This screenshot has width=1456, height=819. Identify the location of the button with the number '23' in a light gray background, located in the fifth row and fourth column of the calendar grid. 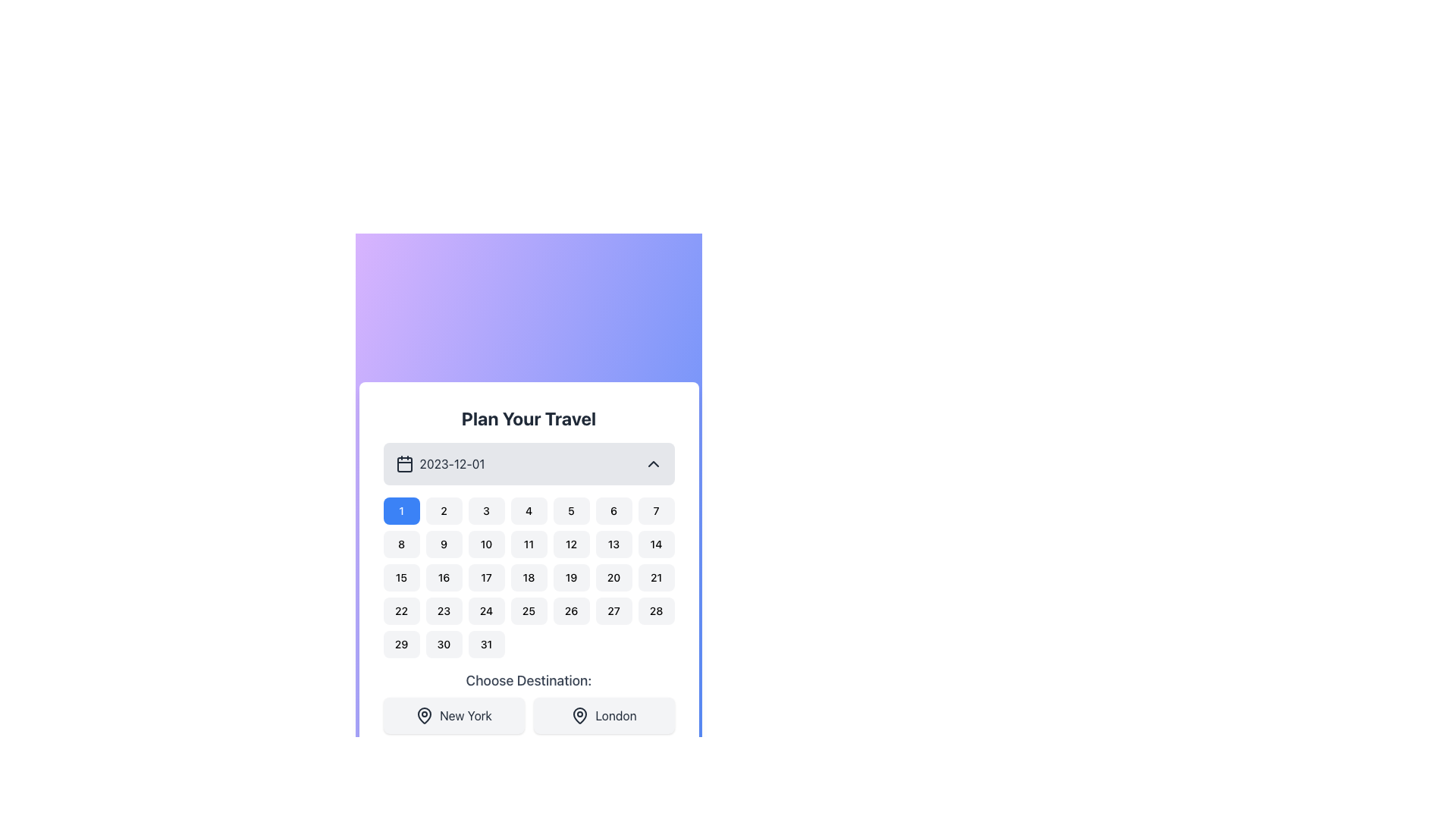
(443, 610).